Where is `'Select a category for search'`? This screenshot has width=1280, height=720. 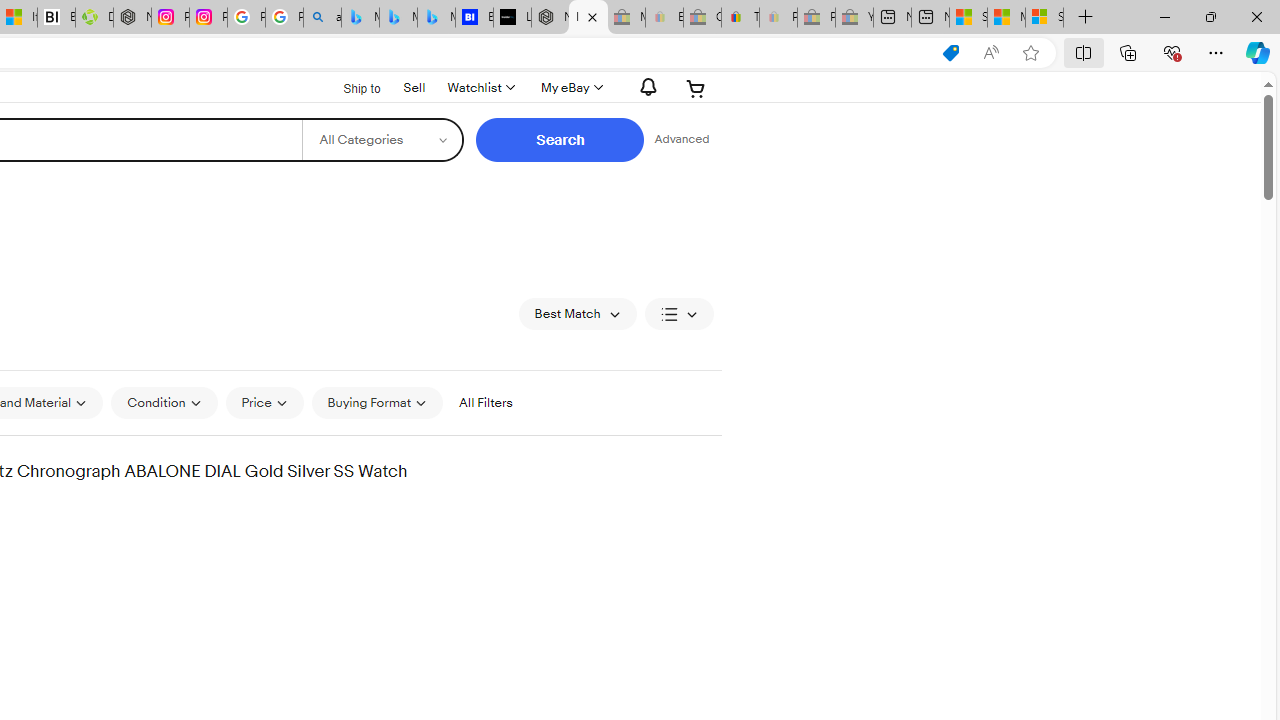
'Select a category for search' is located at coordinates (382, 139).